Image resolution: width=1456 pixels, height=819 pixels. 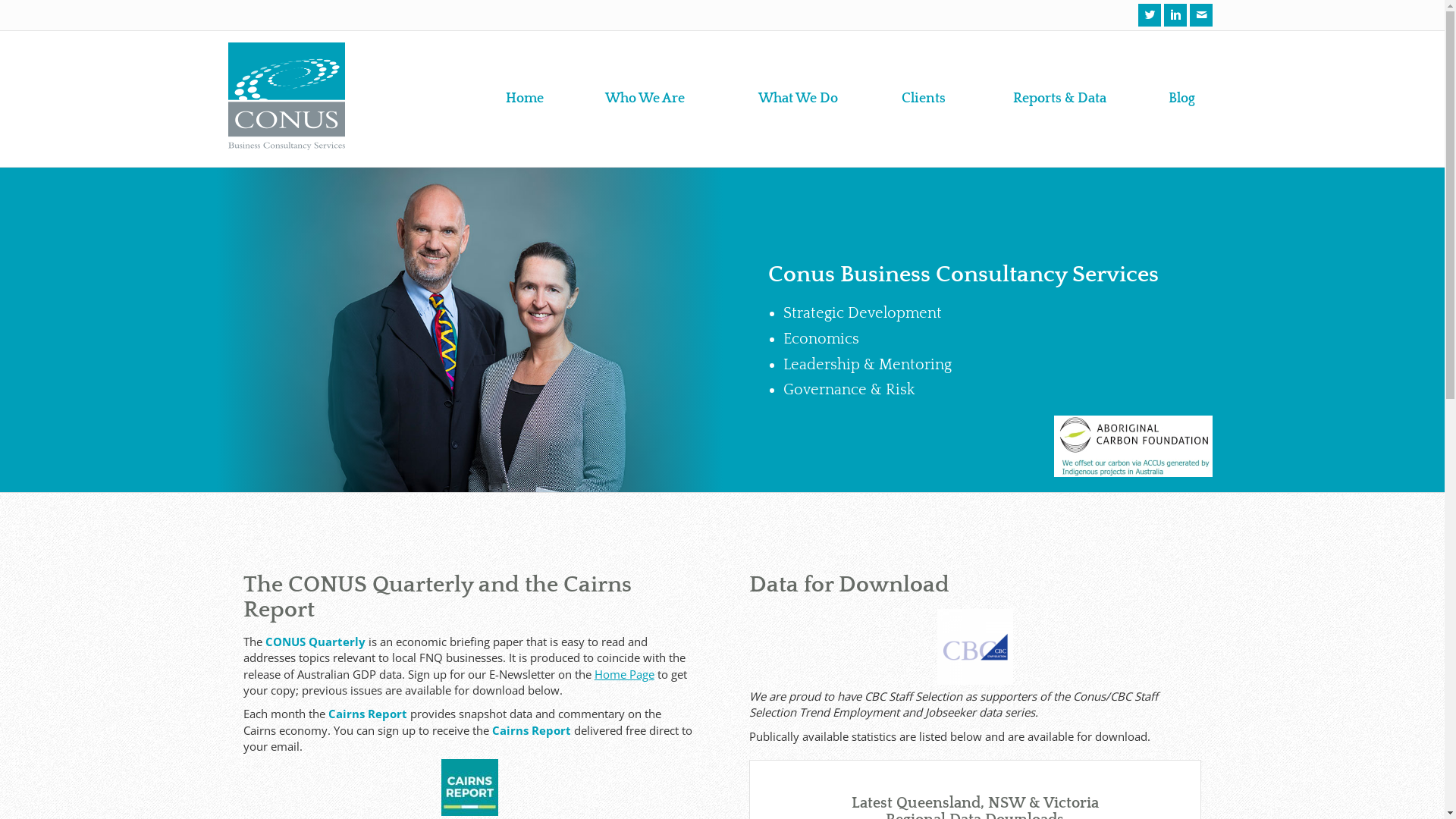 I want to click on 'Home Page', so click(x=624, y=673).